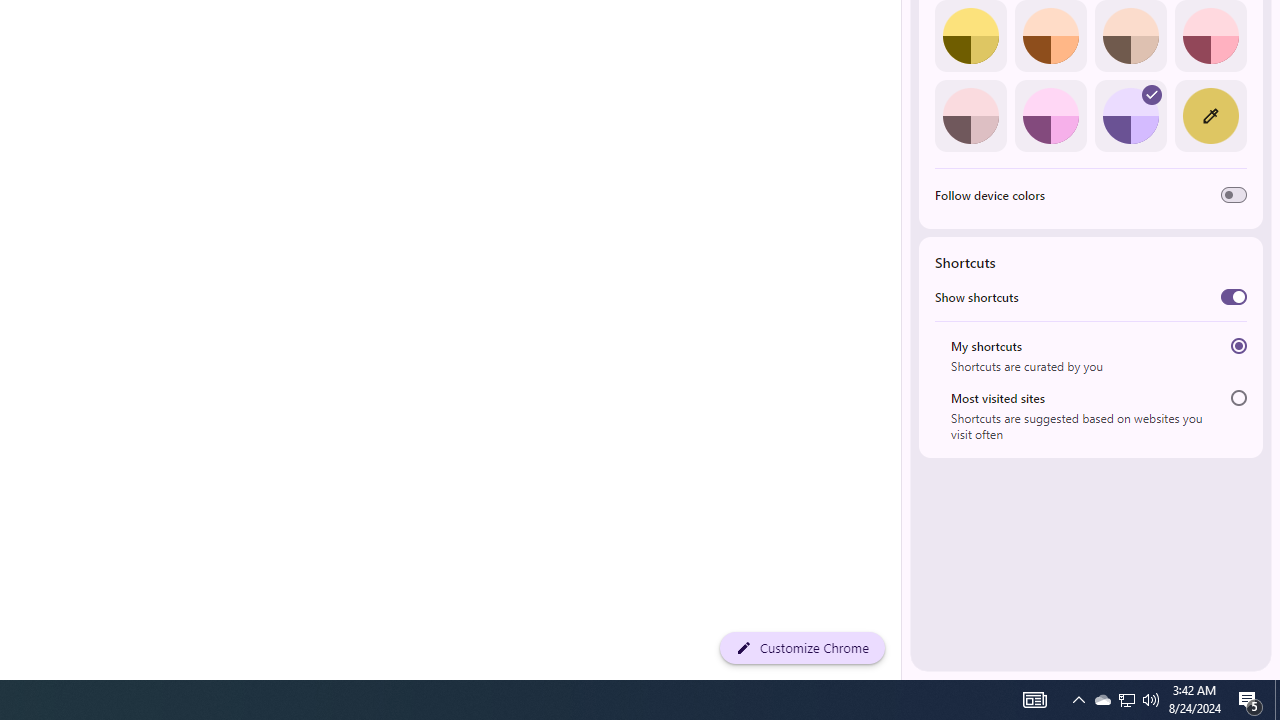 The height and width of the screenshot is (720, 1280). Describe the element at coordinates (1130, 115) in the screenshot. I see `'Violet'` at that location.